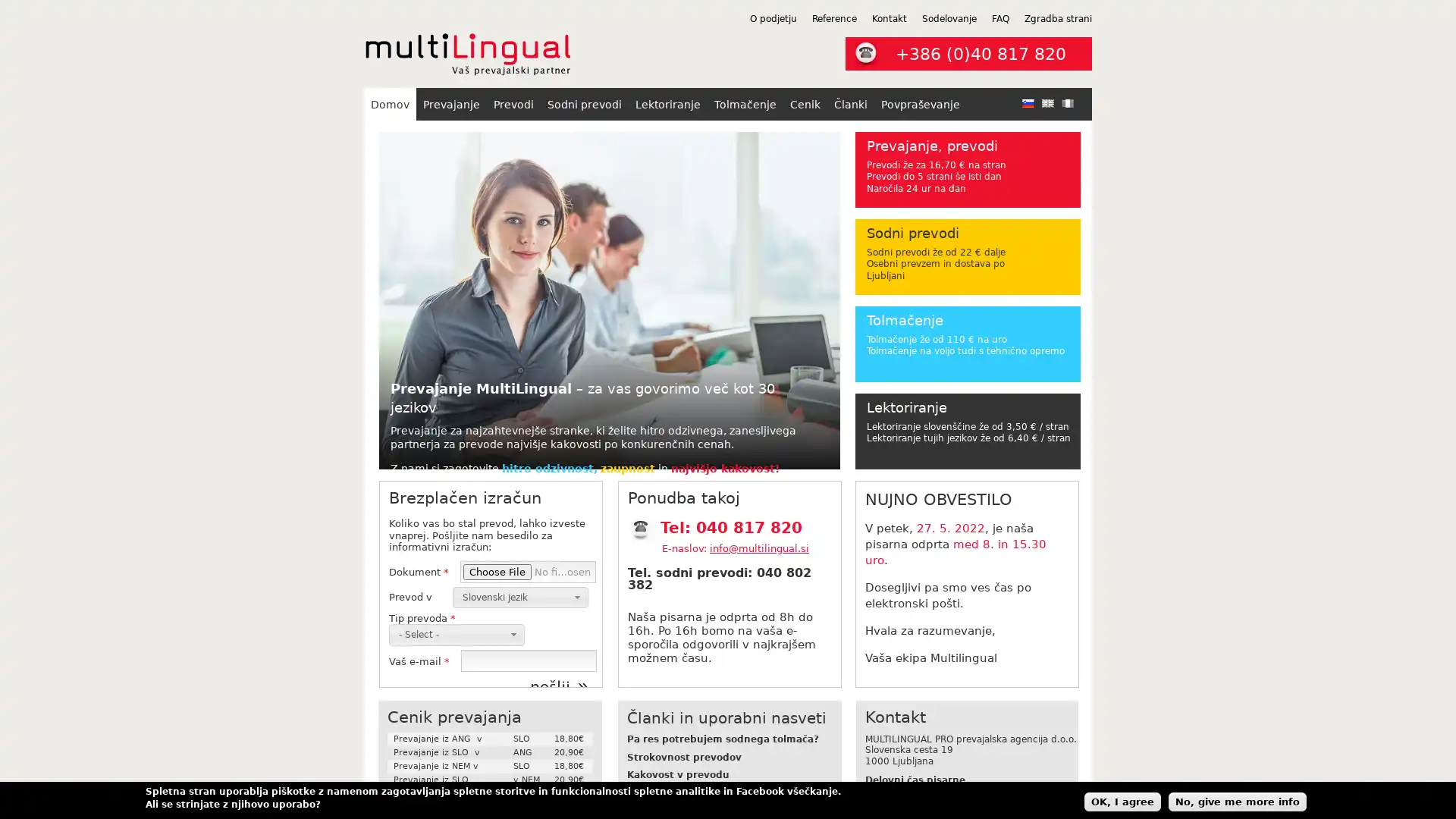 The height and width of the screenshot is (819, 1456). Describe the element at coordinates (1122, 800) in the screenshot. I see `OK, I agree` at that location.